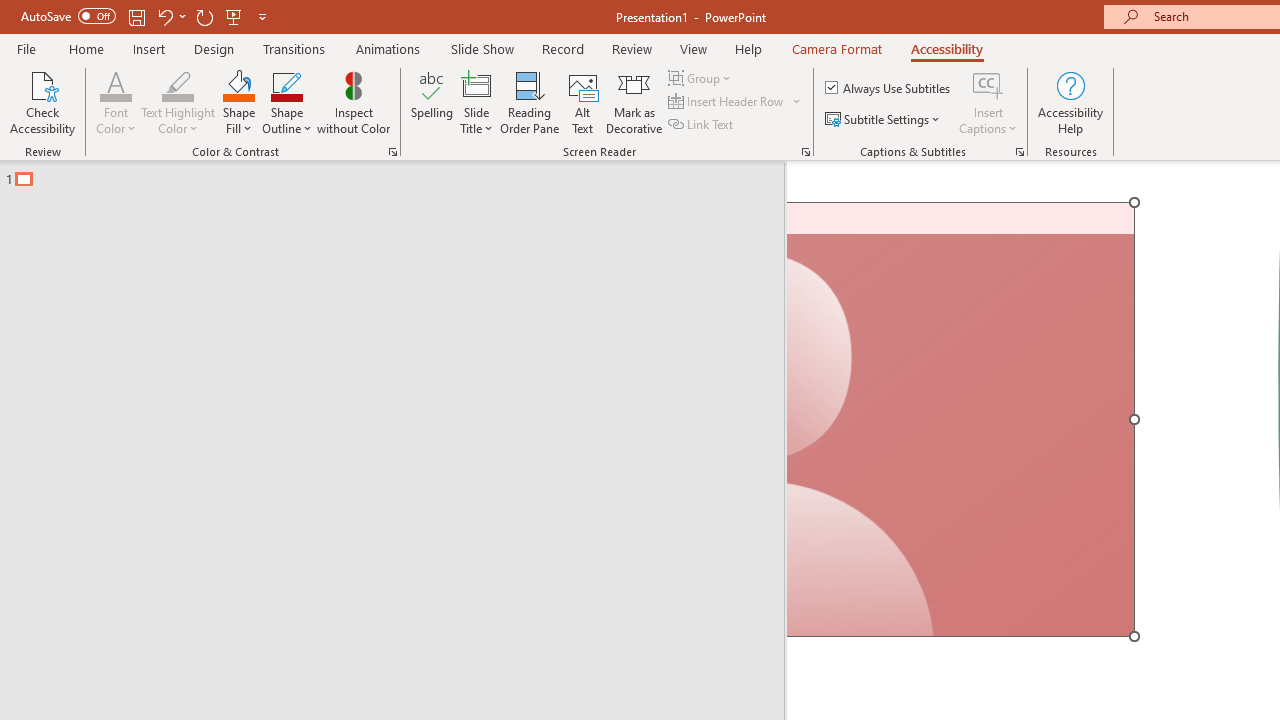 This screenshot has height=720, width=1280. Describe the element at coordinates (475, 84) in the screenshot. I see `'Slide Title'` at that location.